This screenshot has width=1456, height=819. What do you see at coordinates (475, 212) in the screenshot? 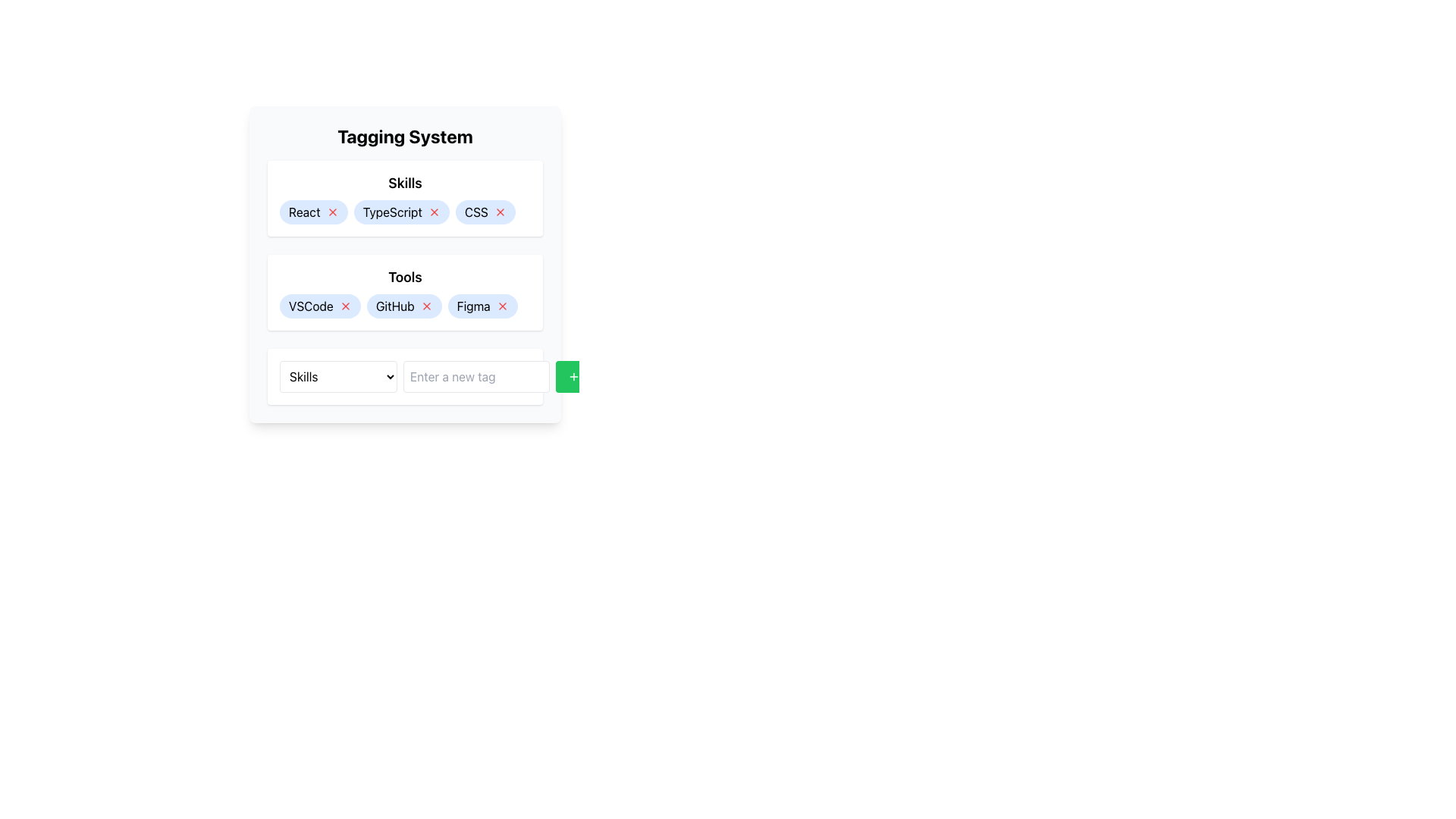
I see `the 'CSS' text label in the Skills section` at bounding box center [475, 212].